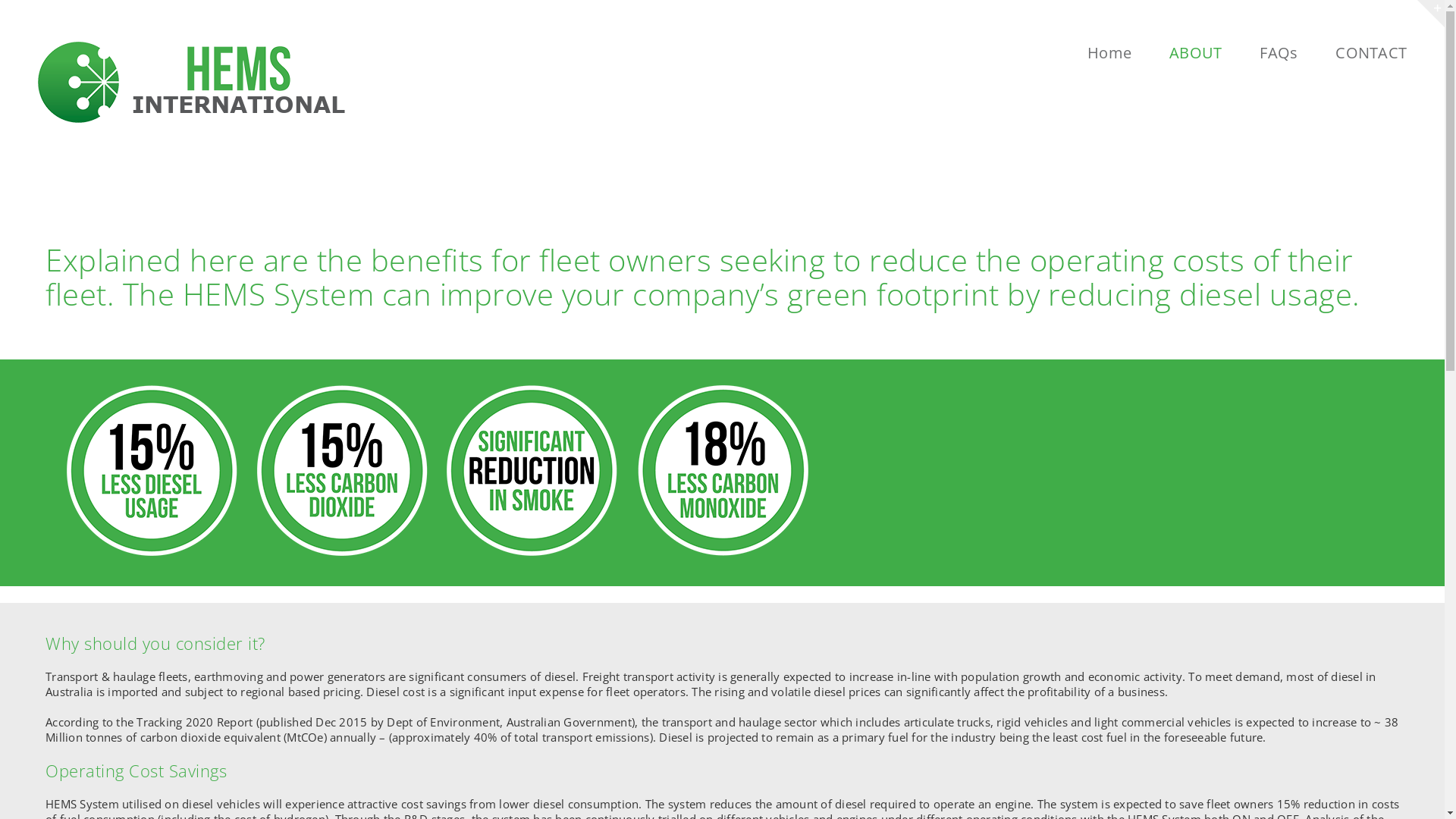 The width and height of the screenshot is (1456, 819). Describe the element at coordinates (1194, 52) in the screenshot. I see `'ABOUT'` at that location.